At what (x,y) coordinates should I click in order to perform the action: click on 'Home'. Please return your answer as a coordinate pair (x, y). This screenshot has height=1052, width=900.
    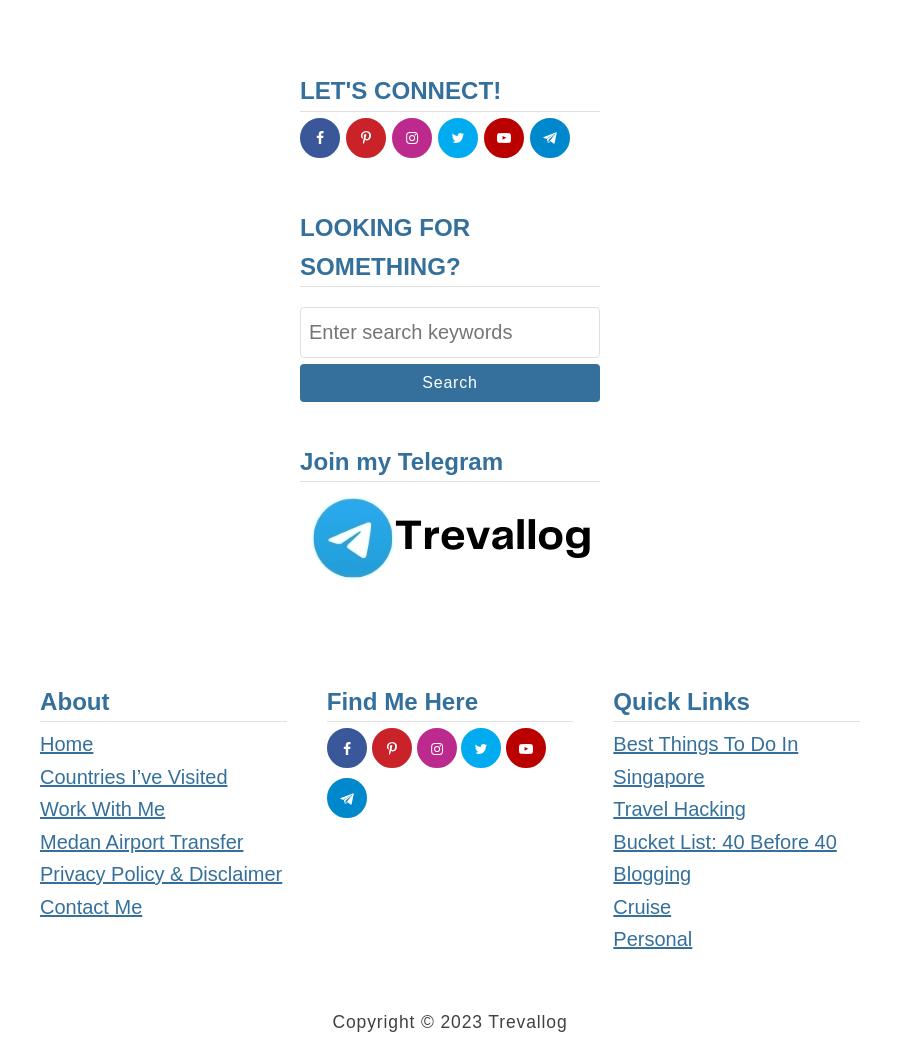
    Looking at the image, I should click on (38, 743).